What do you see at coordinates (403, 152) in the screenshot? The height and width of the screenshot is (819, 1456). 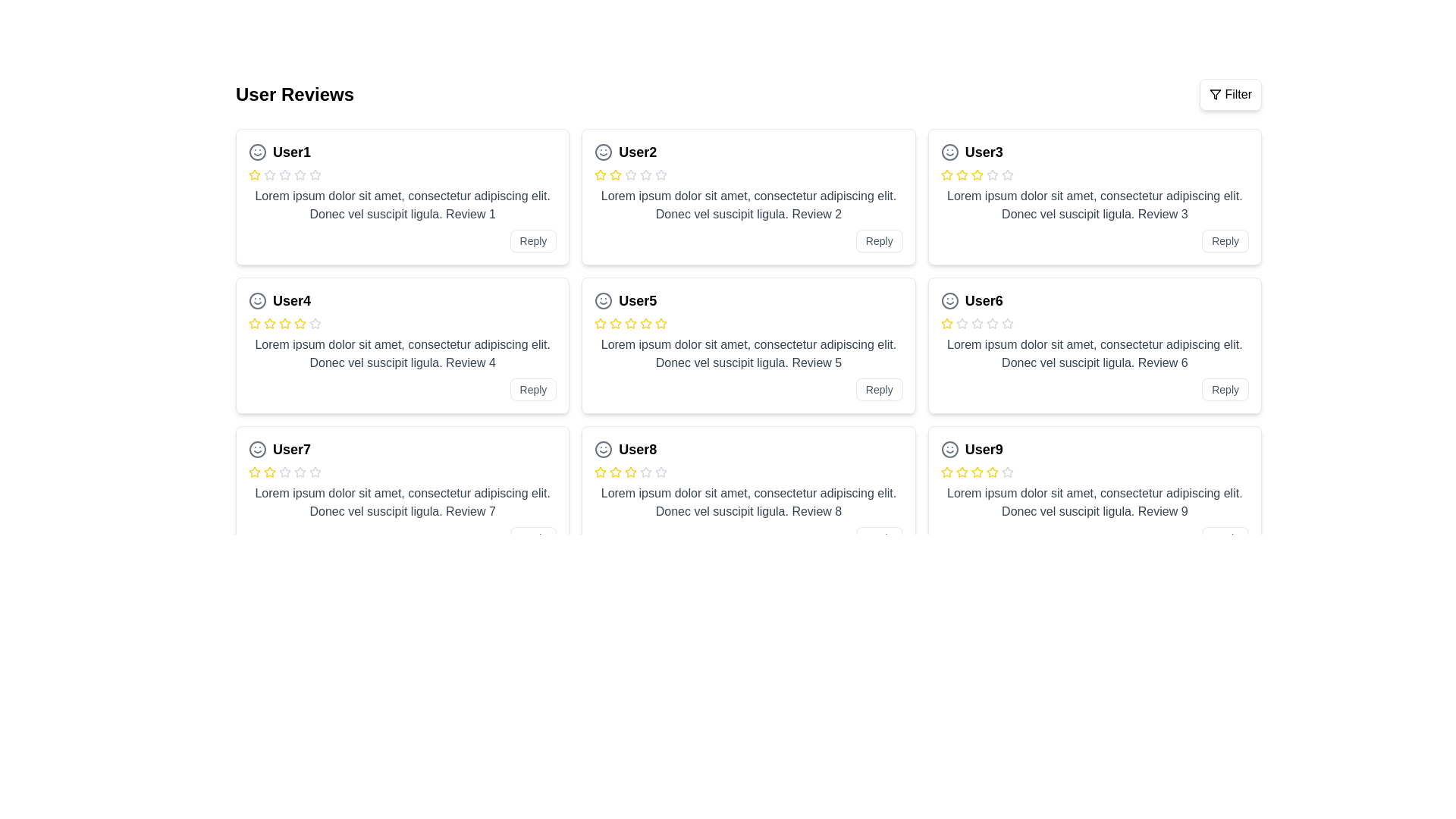 I see `the username and avatar element positioned at the top-left corner of the review card, which displays the user who provided the review` at bounding box center [403, 152].